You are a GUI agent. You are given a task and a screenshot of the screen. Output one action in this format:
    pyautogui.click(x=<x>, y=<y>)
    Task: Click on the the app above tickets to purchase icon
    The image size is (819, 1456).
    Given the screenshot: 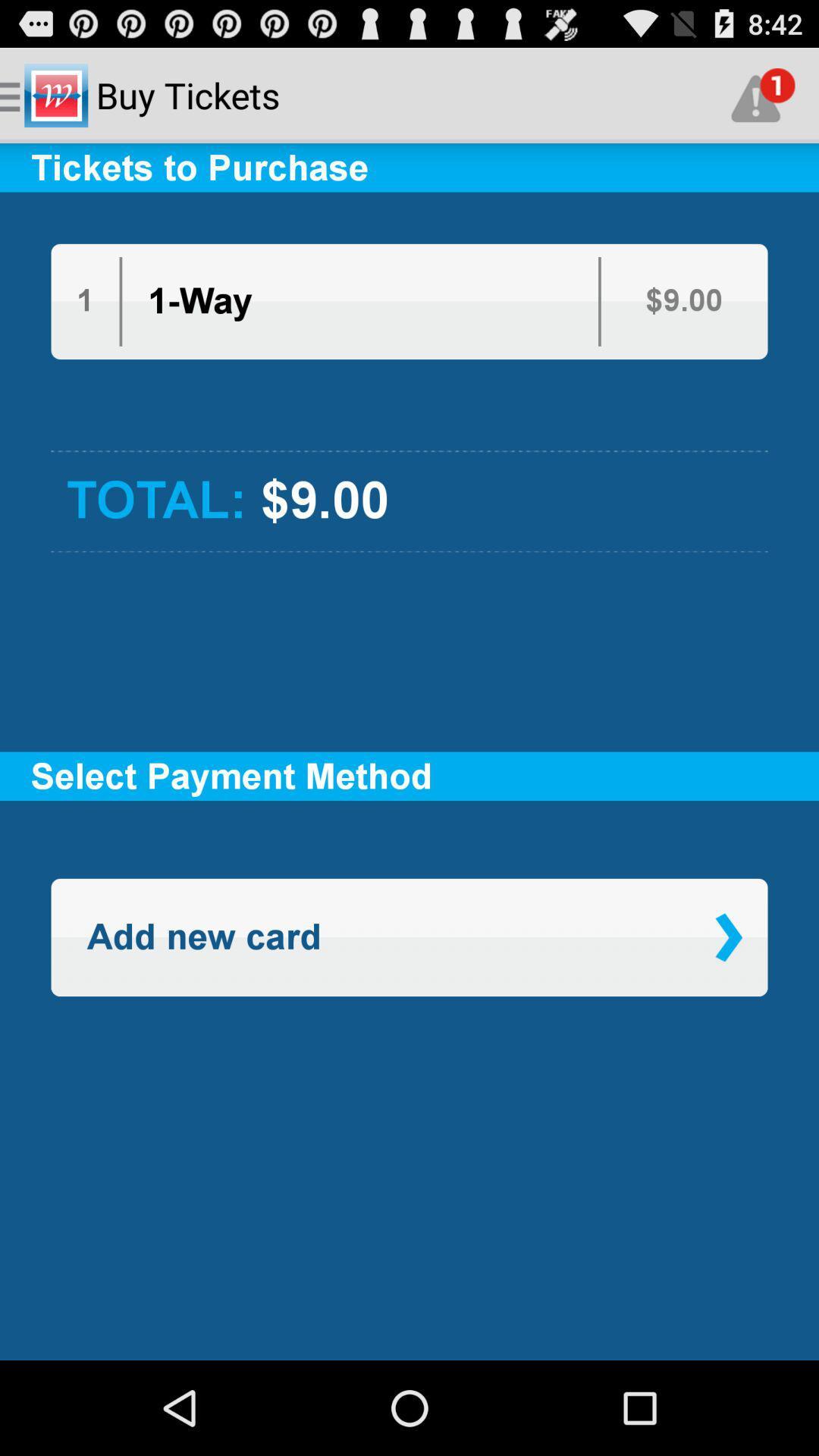 What is the action you would take?
    pyautogui.click(x=763, y=94)
    